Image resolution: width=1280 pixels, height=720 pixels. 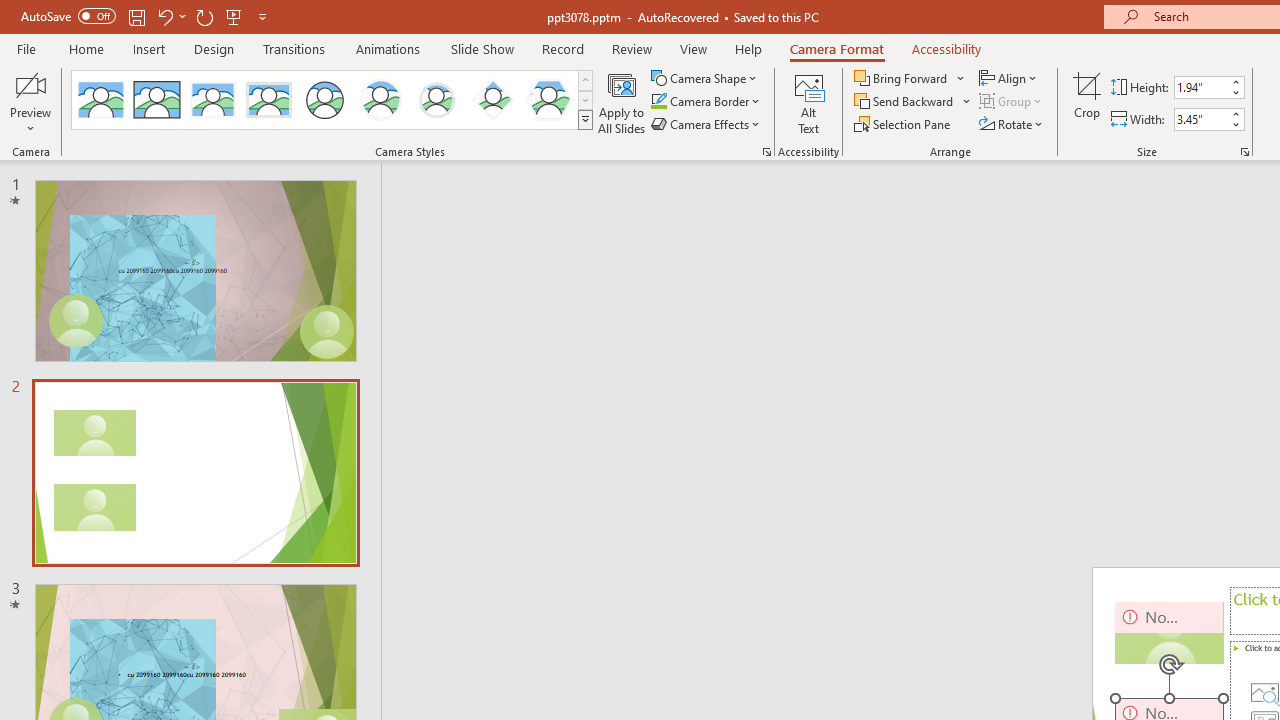 I want to click on 'Crop', so click(x=1086, y=103).